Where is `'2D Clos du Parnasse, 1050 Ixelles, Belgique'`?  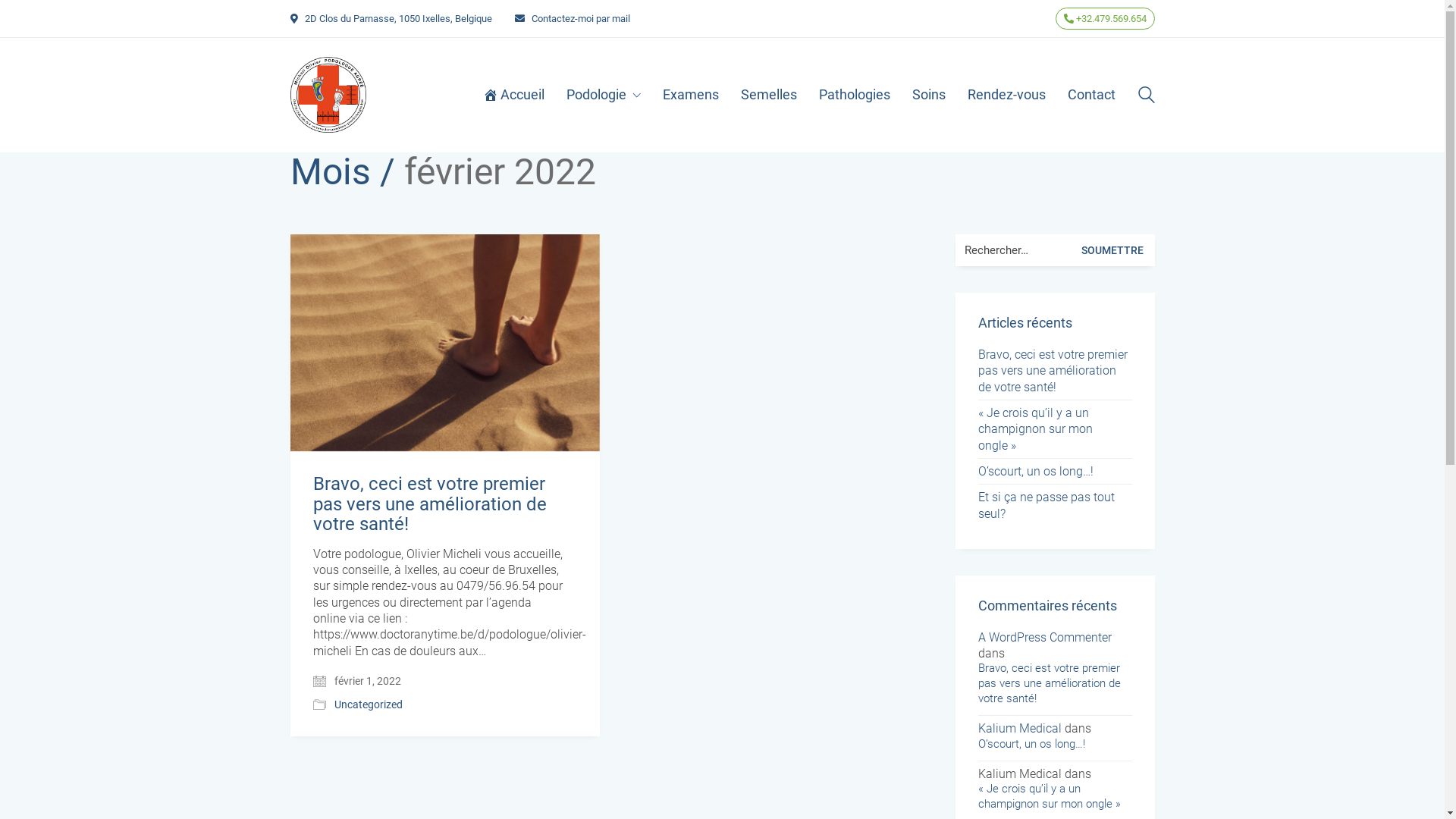 '2D Clos du Parnasse, 1050 Ixelles, Belgique' is located at coordinates (304, 18).